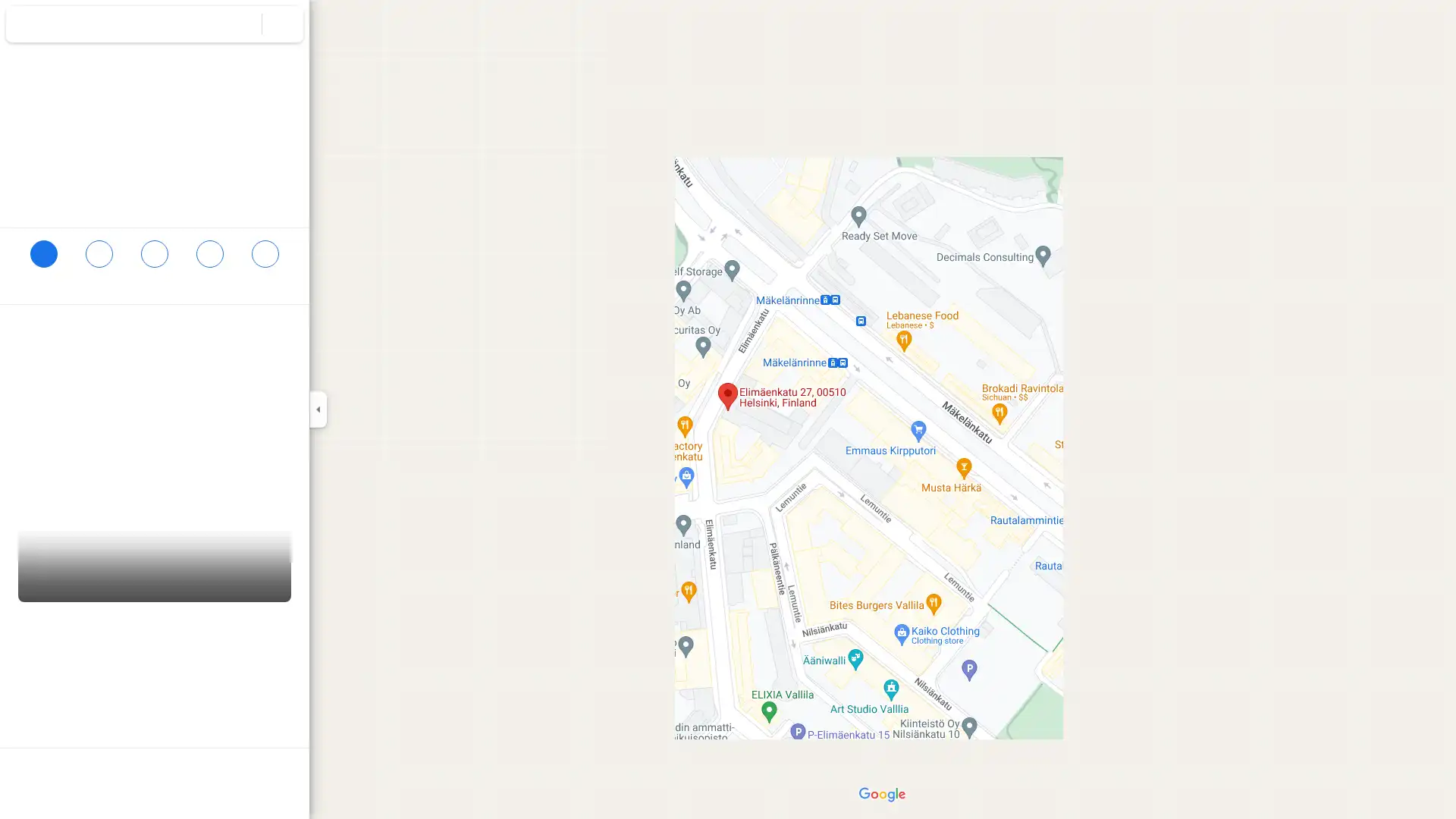 The height and width of the screenshot is (819, 1456). What do you see at coordinates (98, 259) in the screenshot?
I see `Save Elimaenkatu 27 in your lists` at bounding box center [98, 259].